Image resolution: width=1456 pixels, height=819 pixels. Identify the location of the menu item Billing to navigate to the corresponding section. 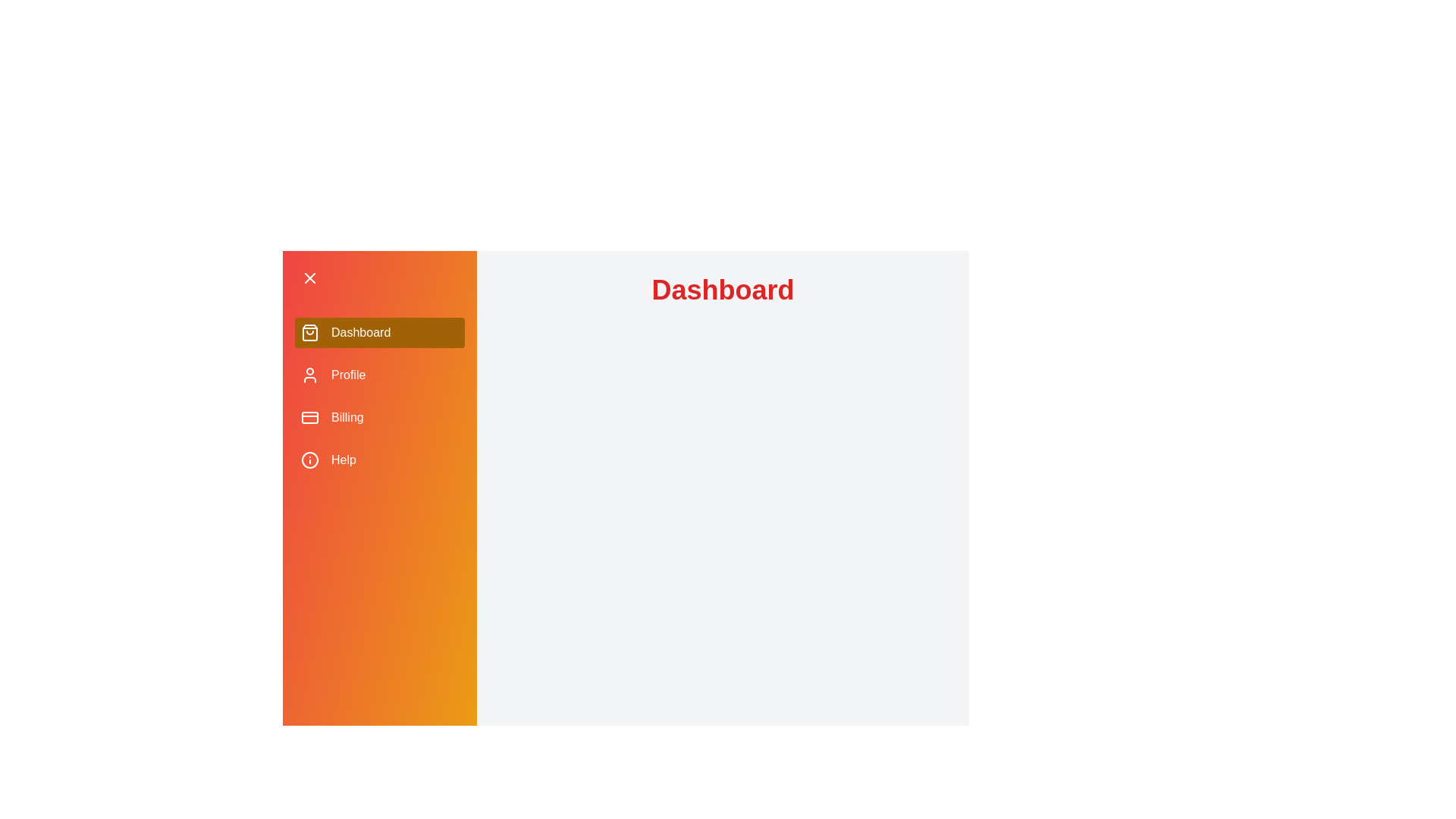
(379, 418).